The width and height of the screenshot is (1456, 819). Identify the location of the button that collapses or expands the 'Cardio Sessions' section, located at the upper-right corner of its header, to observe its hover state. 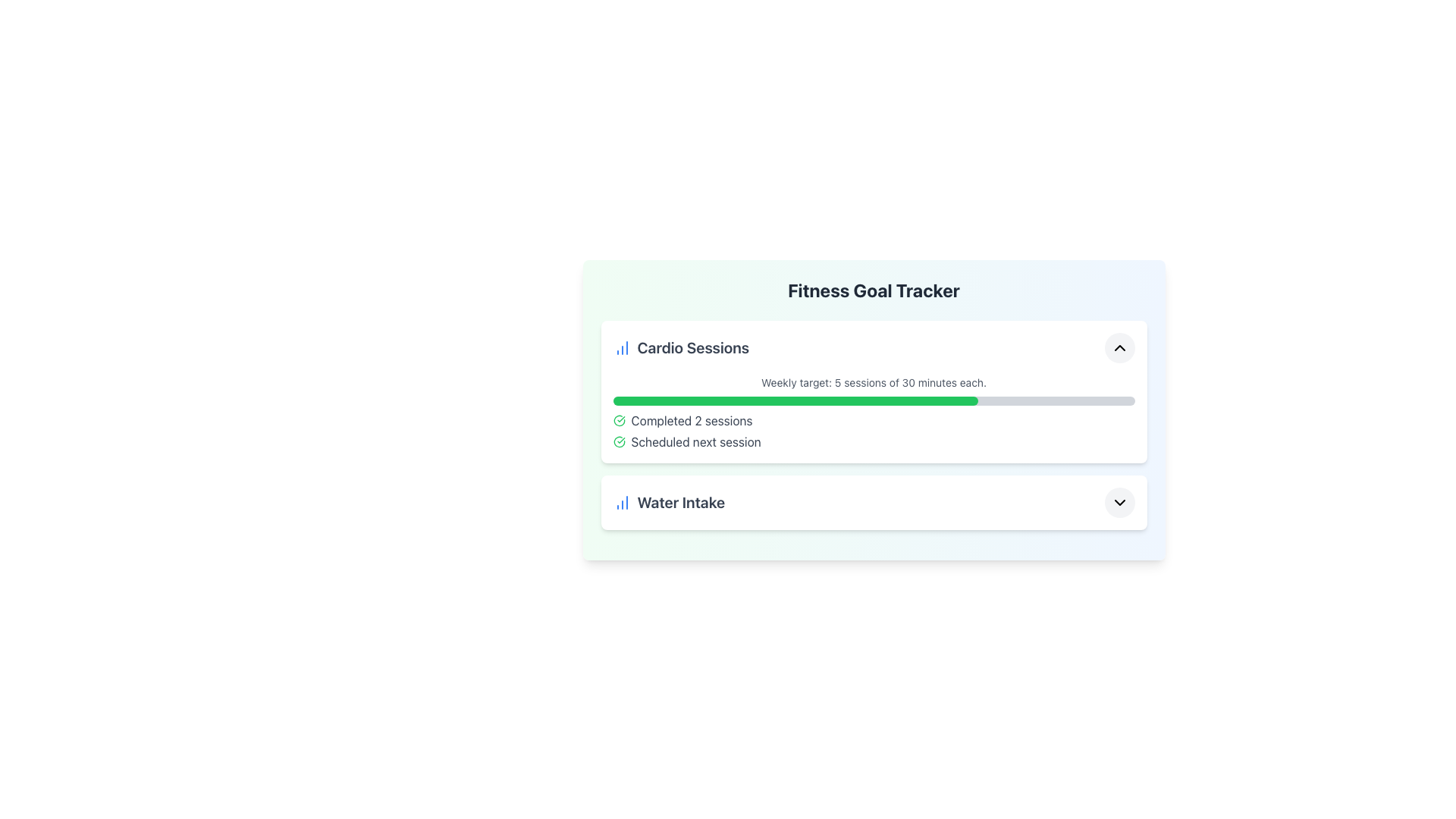
(1119, 348).